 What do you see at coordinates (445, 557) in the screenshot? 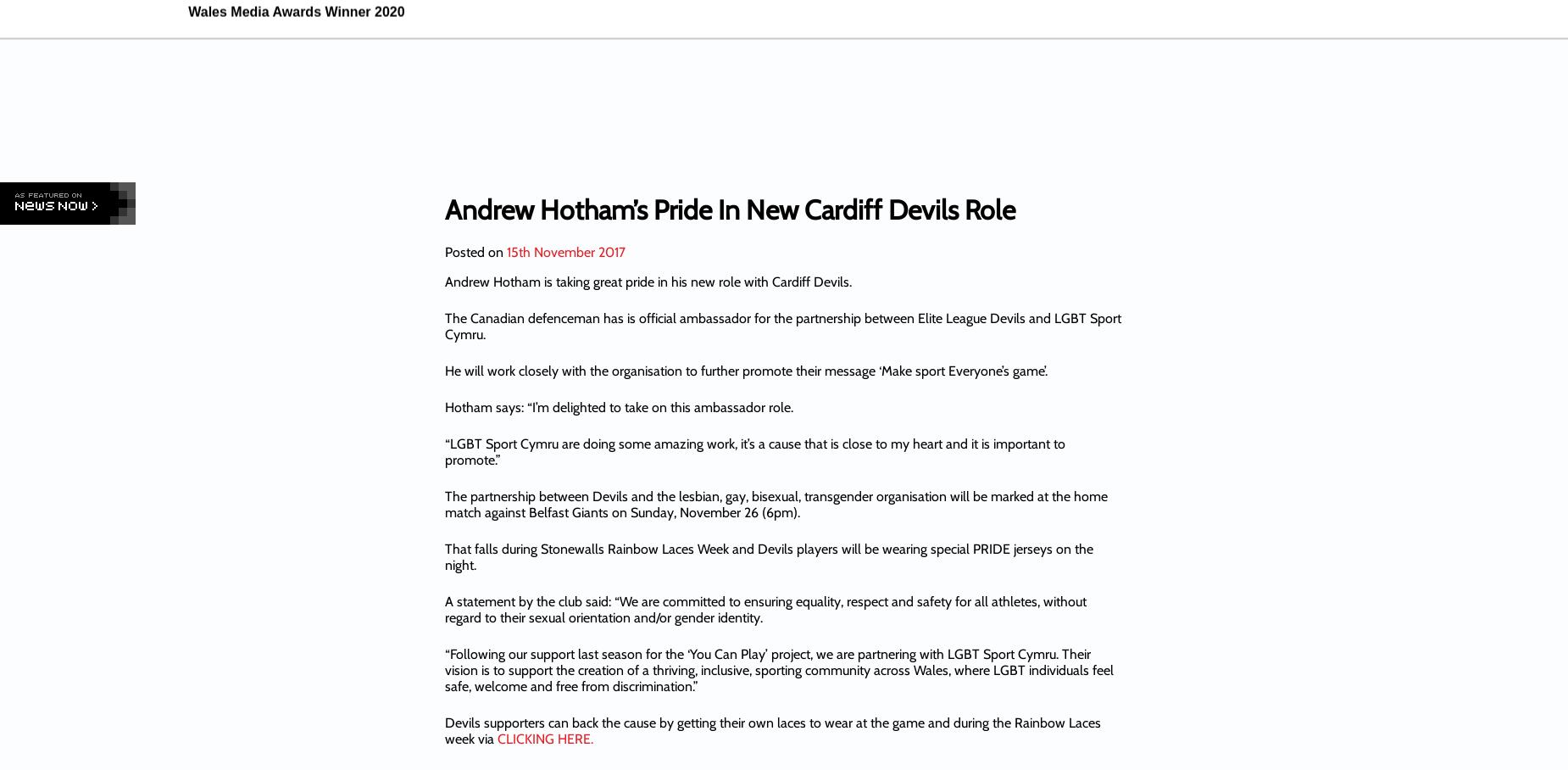
I see `'That falls during Stonewalls Rainbow Laces Week and Devils players will be wearing special PRIDE jerseys on the night.'` at bounding box center [445, 557].